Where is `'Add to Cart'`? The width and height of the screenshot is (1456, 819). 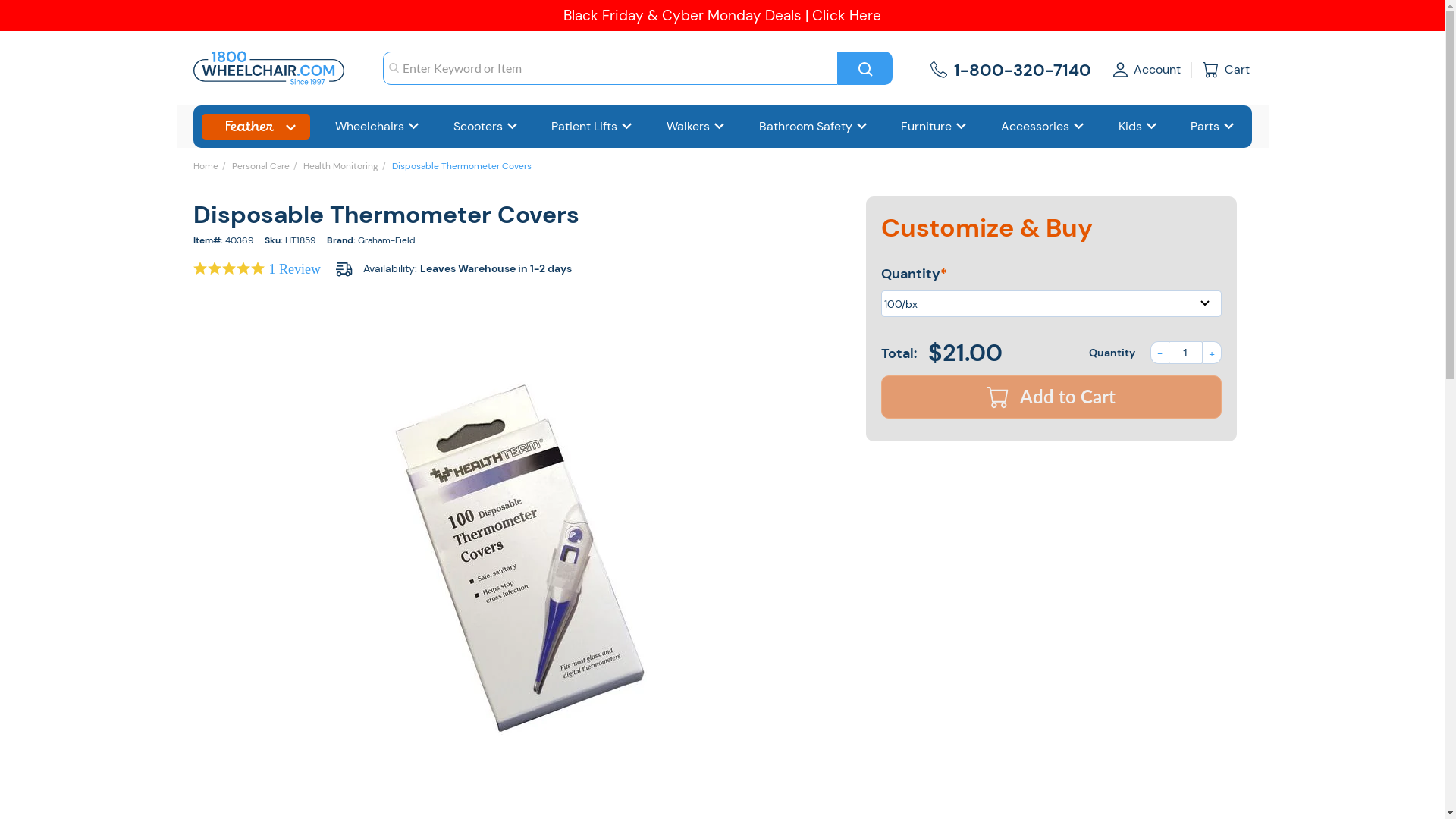 'Add to Cart' is located at coordinates (1050, 396).